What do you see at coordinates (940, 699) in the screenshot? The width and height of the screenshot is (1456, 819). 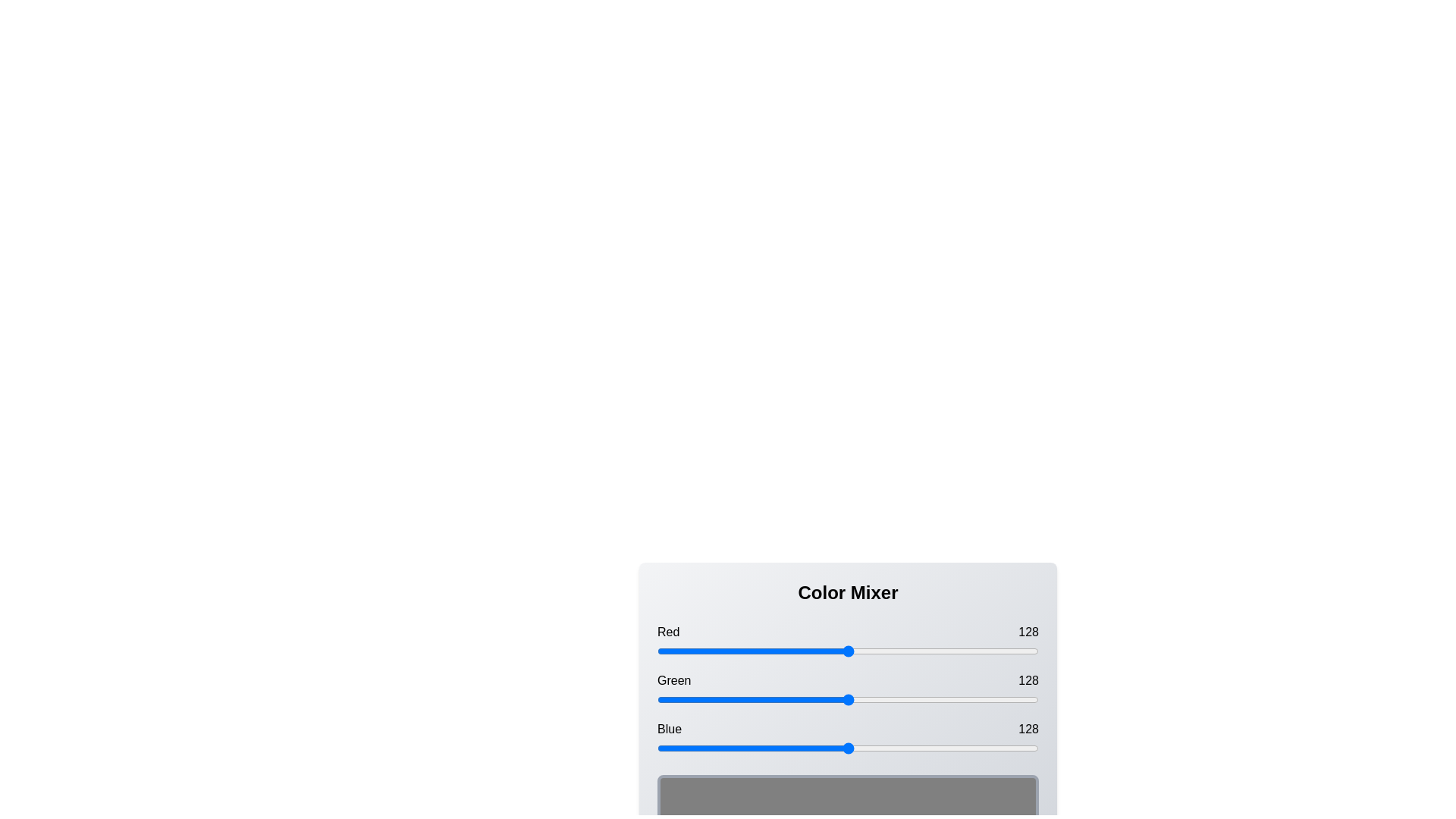 I see `the green slider to set its value to 190` at bounding box center [940, 699].